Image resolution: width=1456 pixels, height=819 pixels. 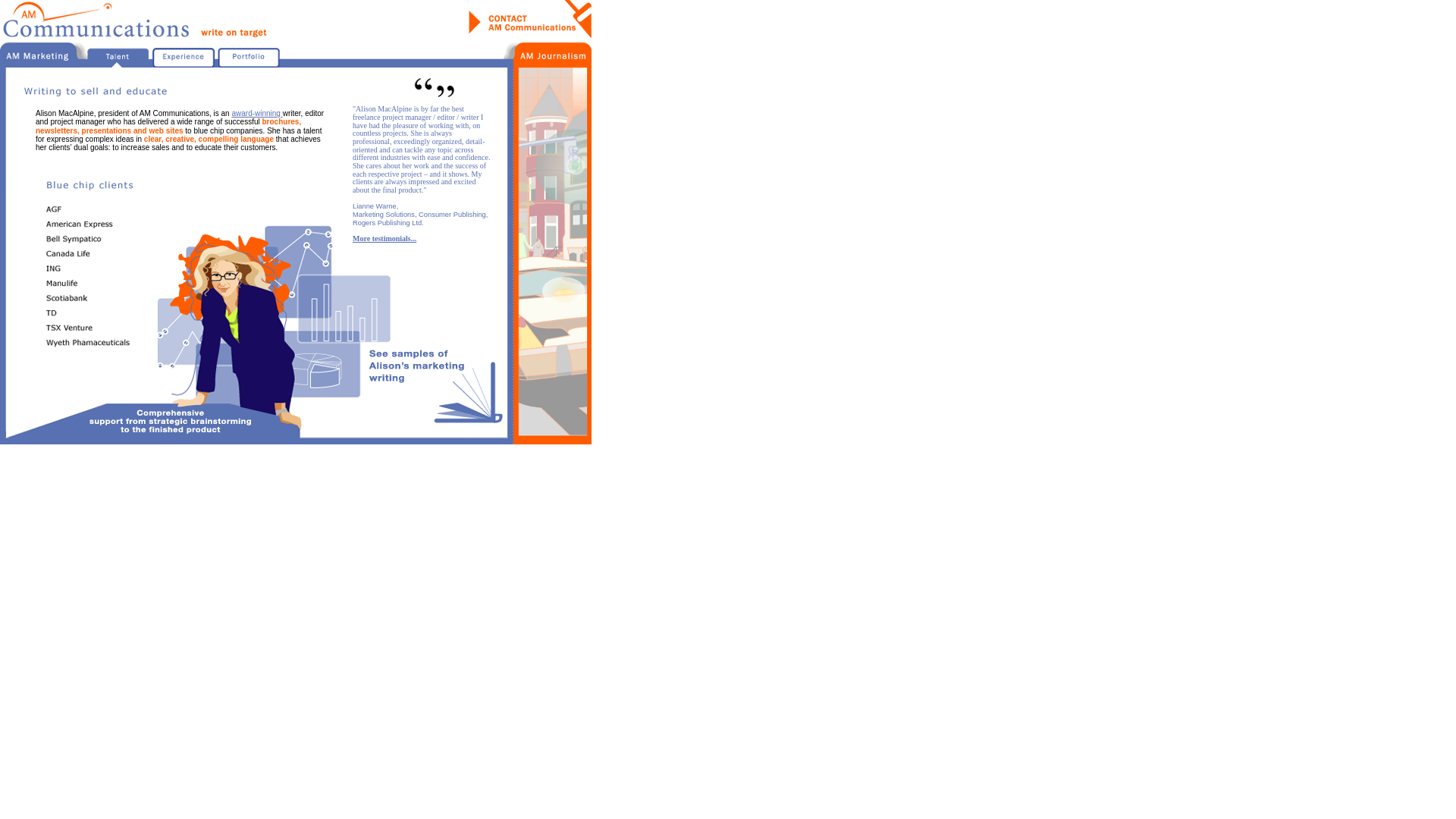 I want to click on 'More testimonials...', so click(x=384, y=238).